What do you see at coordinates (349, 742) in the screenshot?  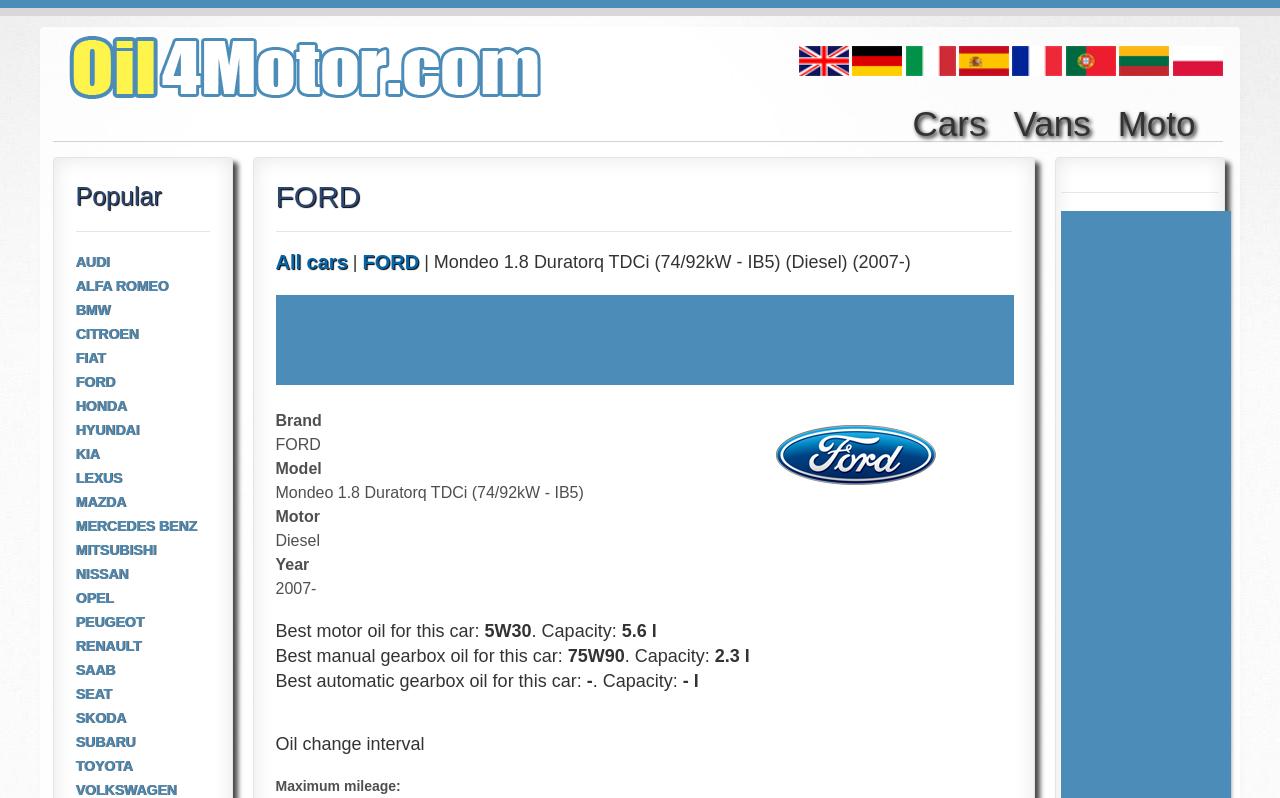 I see `'Oil change interval'` at bounding box center [349, 742].